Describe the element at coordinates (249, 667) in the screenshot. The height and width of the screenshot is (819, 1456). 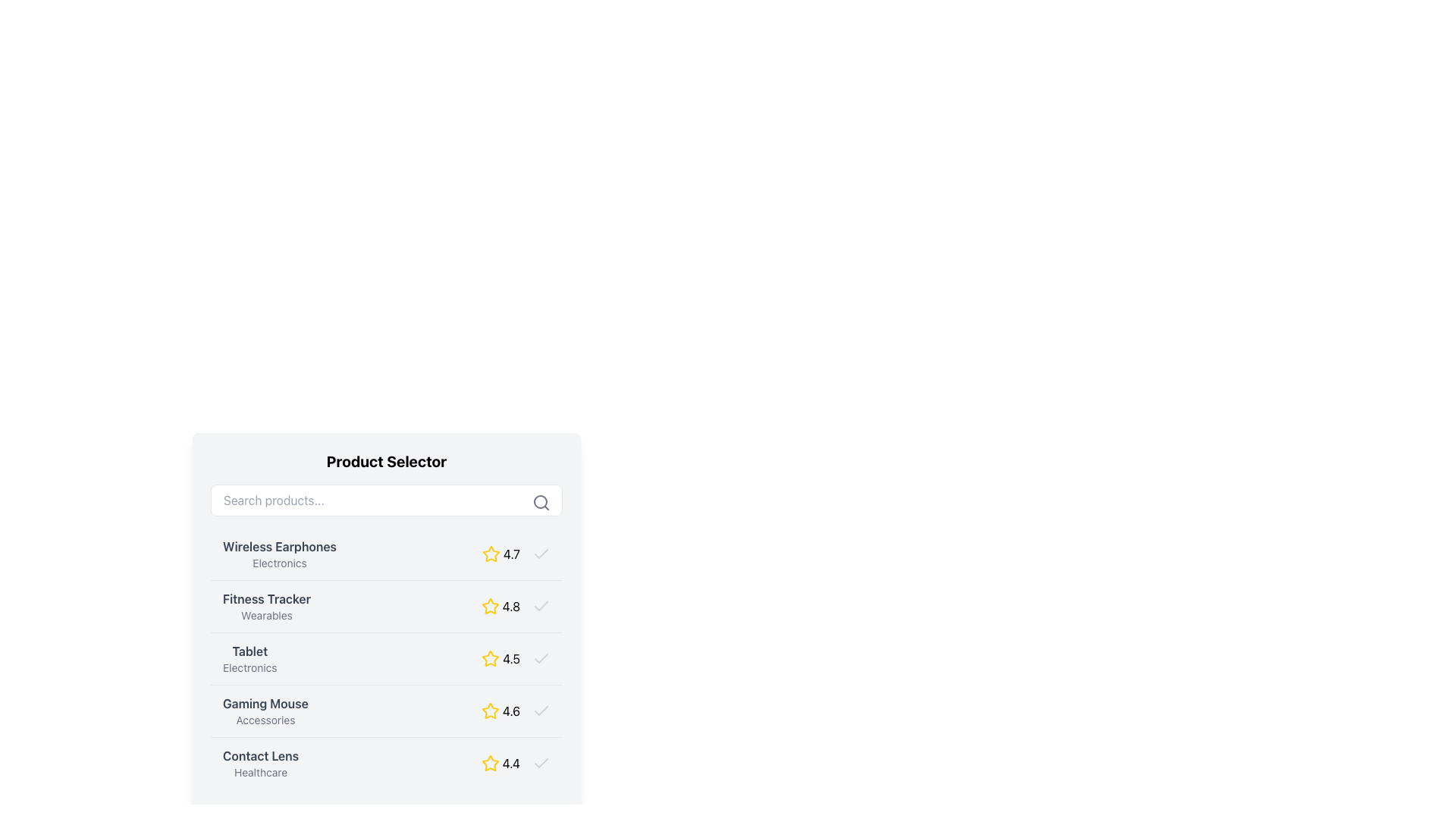
I see `the Text Label element that serves as a category label for the product 'Tablet', which is positioned directly below the text 'Tablet' in the product category interface` at that location.